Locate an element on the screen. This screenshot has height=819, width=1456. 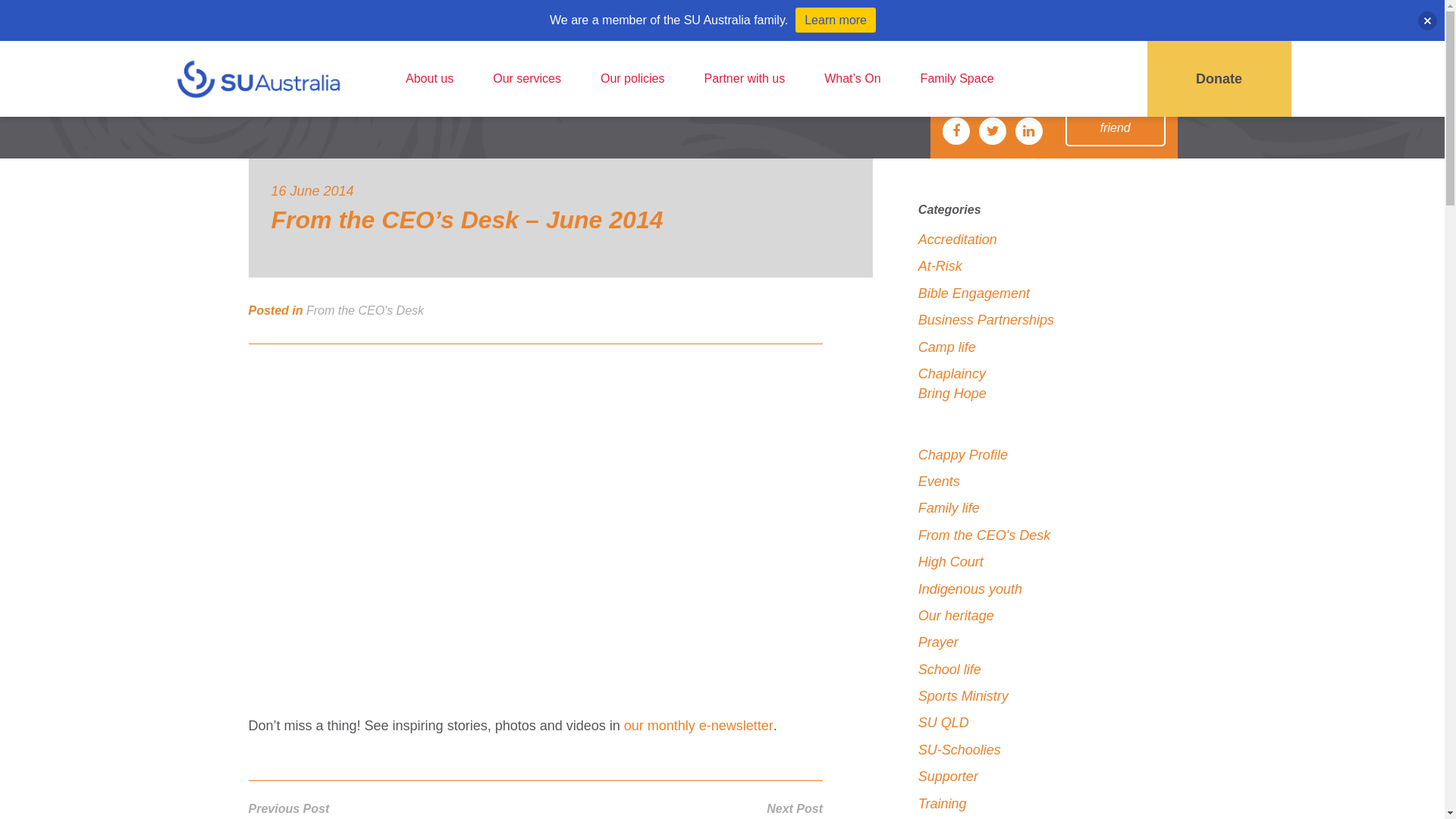
'Chappy Profile' is located at coordinates (917, 454).